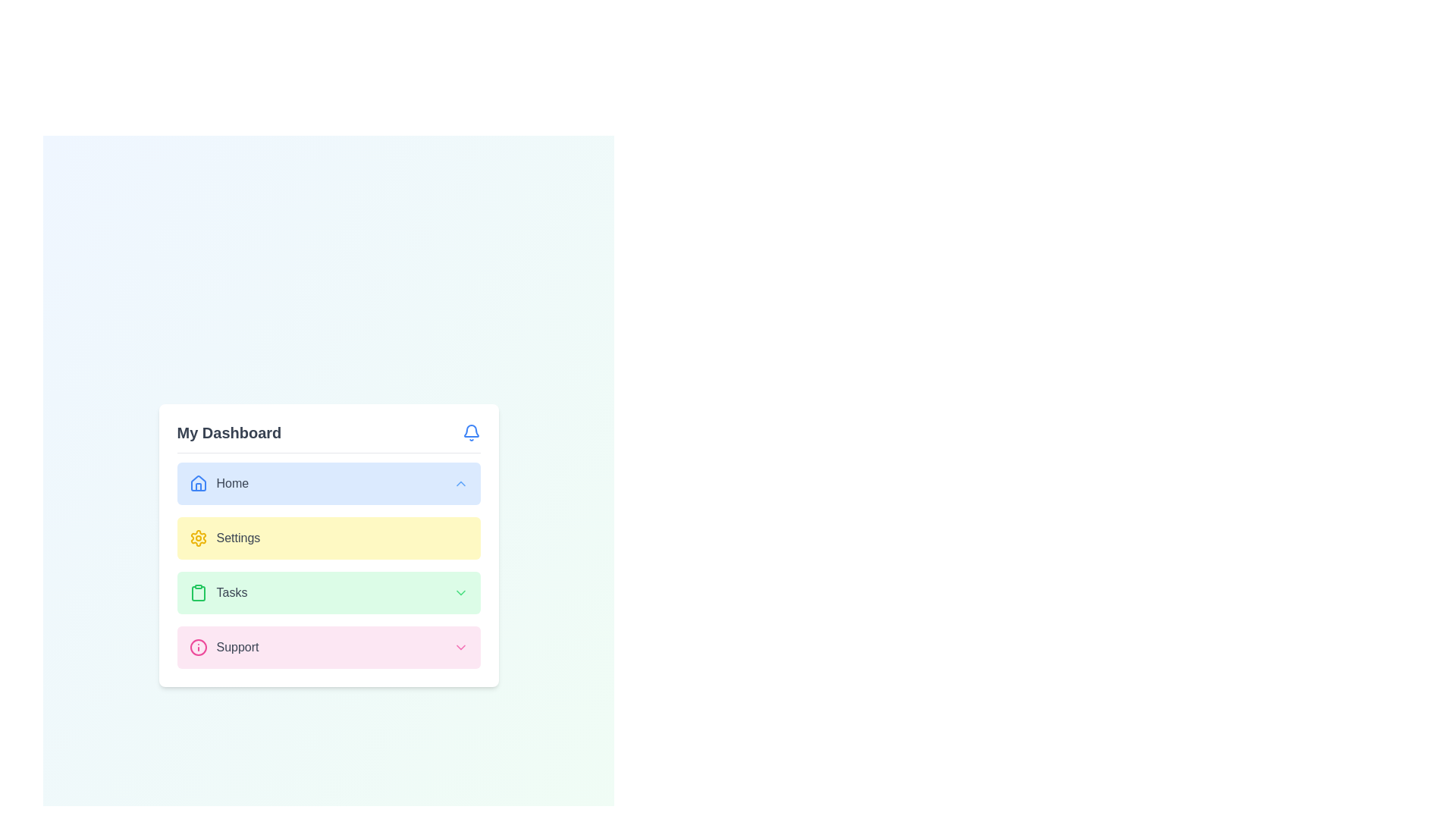 Image resolution: width=1456 pixels, height=819 pixels. Describe the element at coordinates (218, 483) in the screenshot. I see `the 'Home' text label and house icon pair` at that location.